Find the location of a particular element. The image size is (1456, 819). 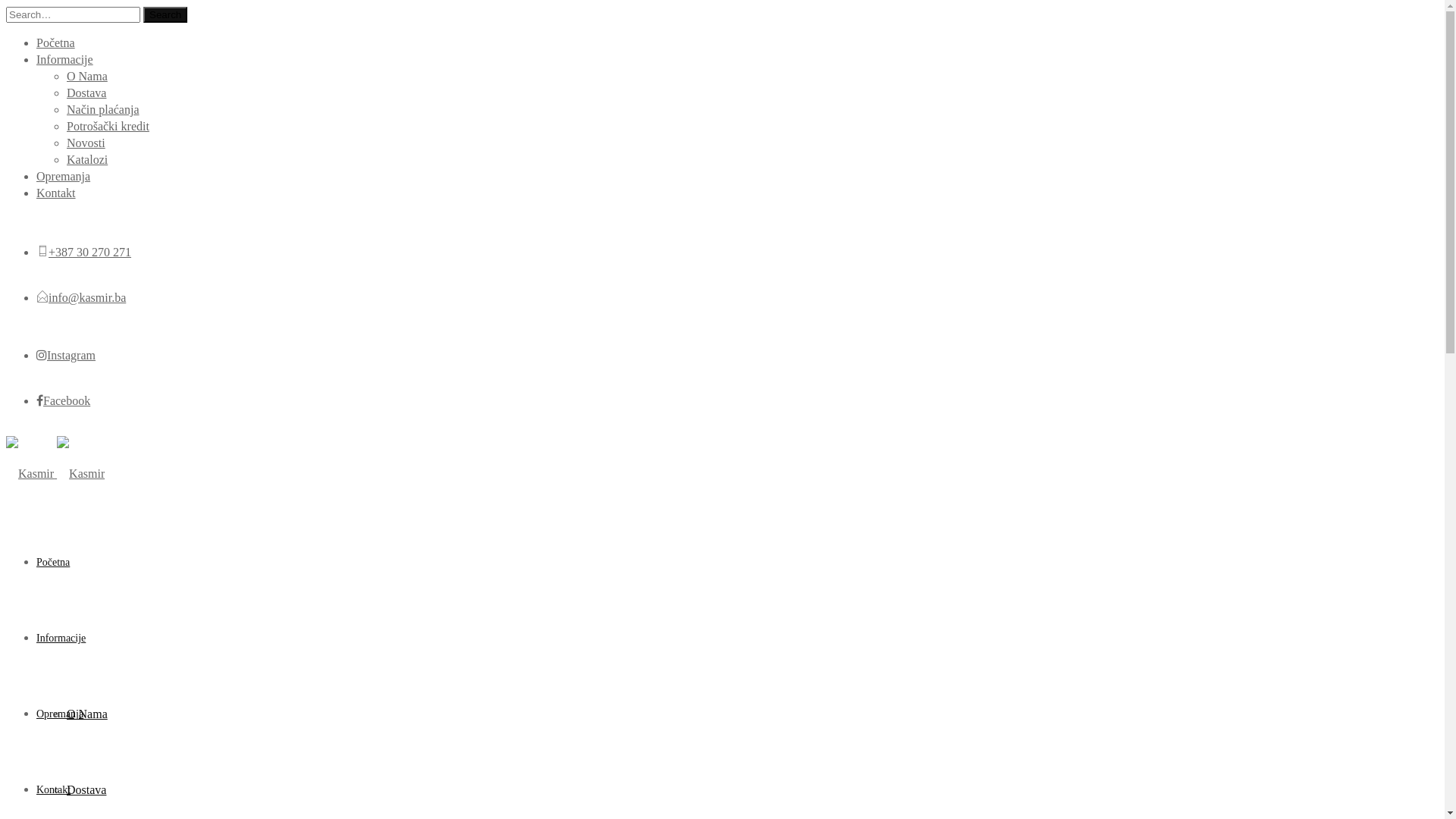

'Dostava' is located at coordinates (65, 789).